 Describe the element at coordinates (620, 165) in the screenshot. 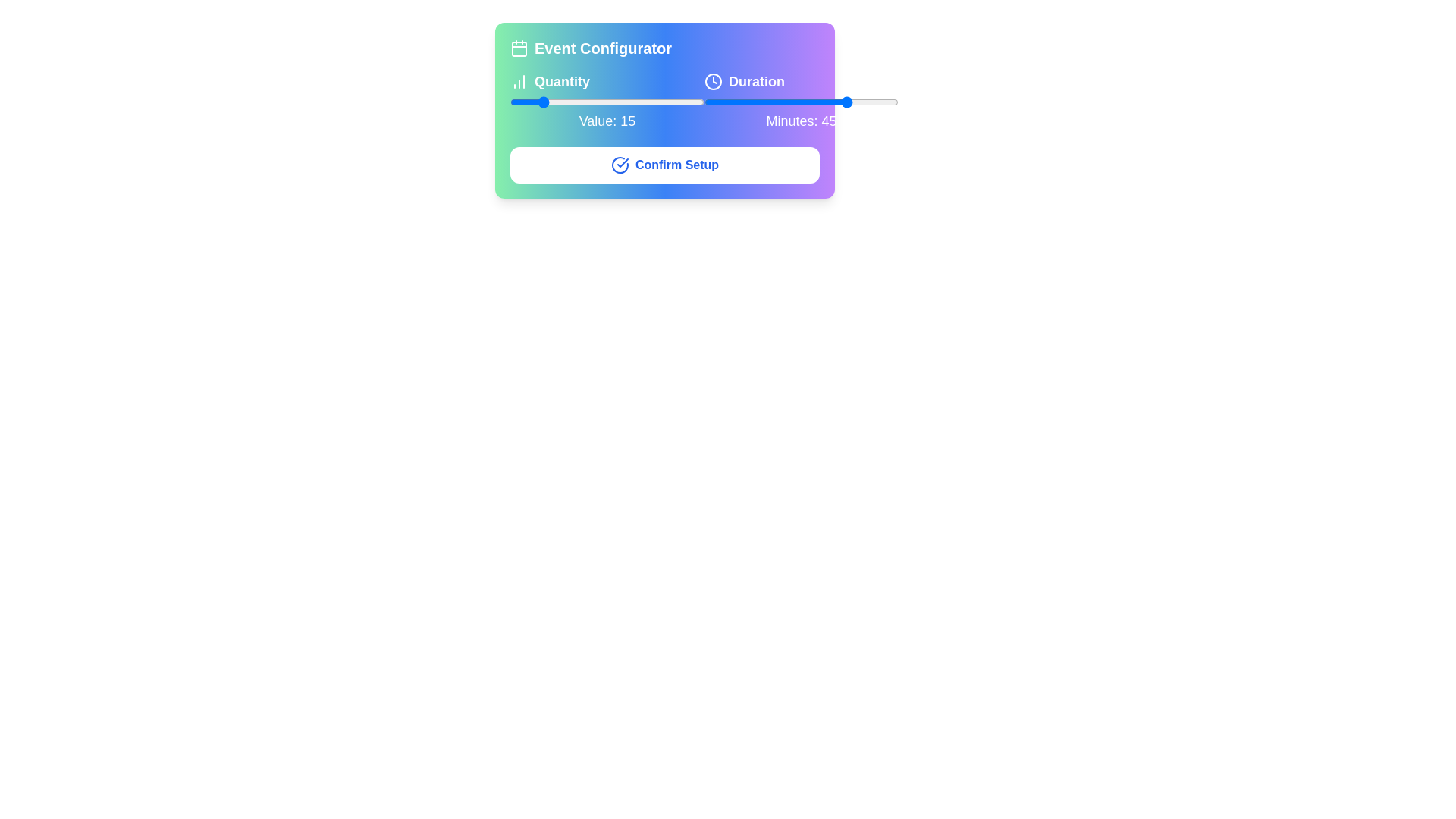

I see `the confirmation icon located to the left of the 'Confirm Setup' button in the central part of the interface` at that location.